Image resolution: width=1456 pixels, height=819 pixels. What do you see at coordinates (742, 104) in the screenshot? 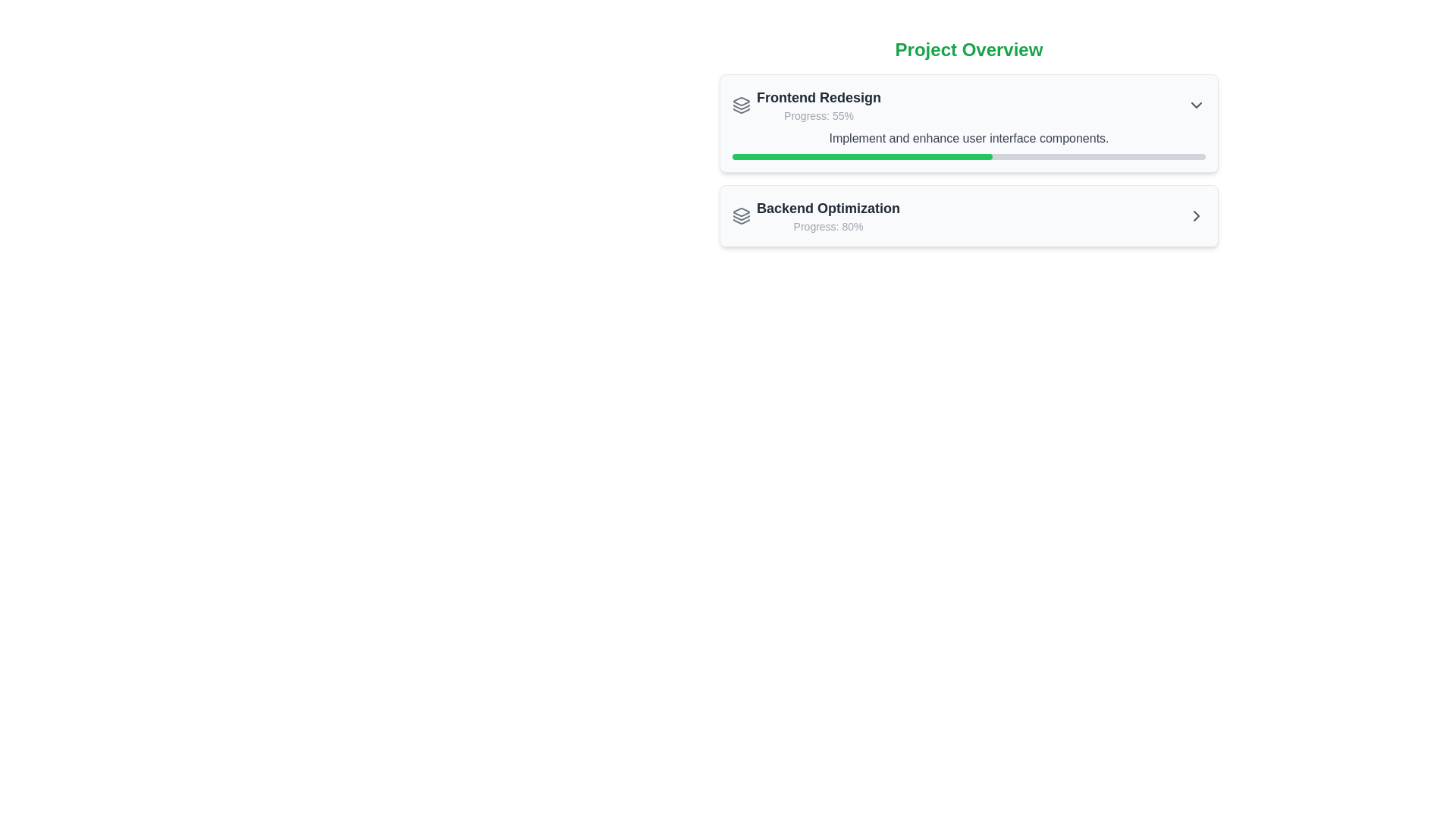
I see `the icon representing the 'Frontend Redesign' project, which is located at the leftmost part of the card displaying the project title` at bounding box center [742, 104].